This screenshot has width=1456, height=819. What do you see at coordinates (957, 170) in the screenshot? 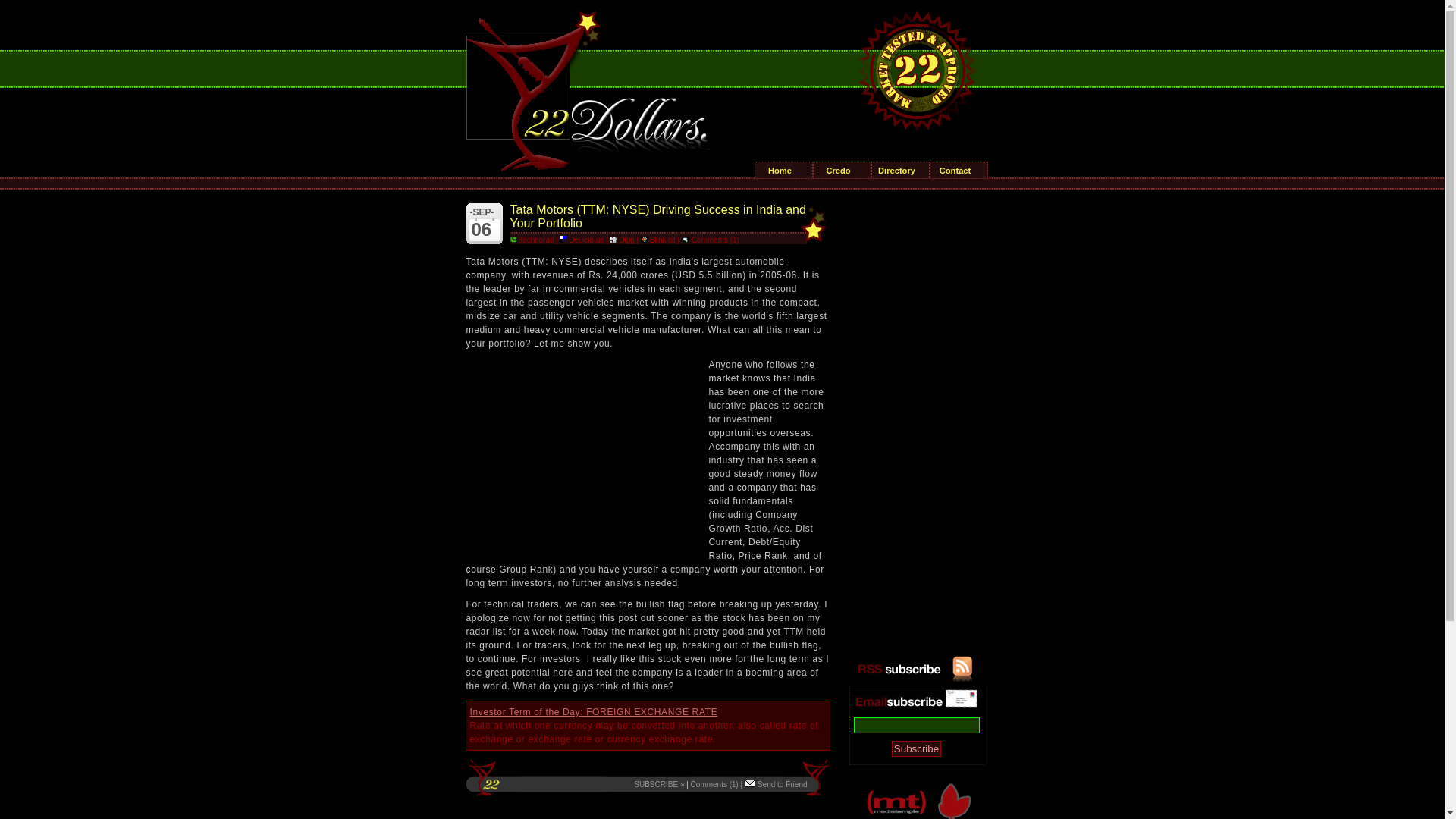
I see `'Contact'` at bounding box center [957, 170].